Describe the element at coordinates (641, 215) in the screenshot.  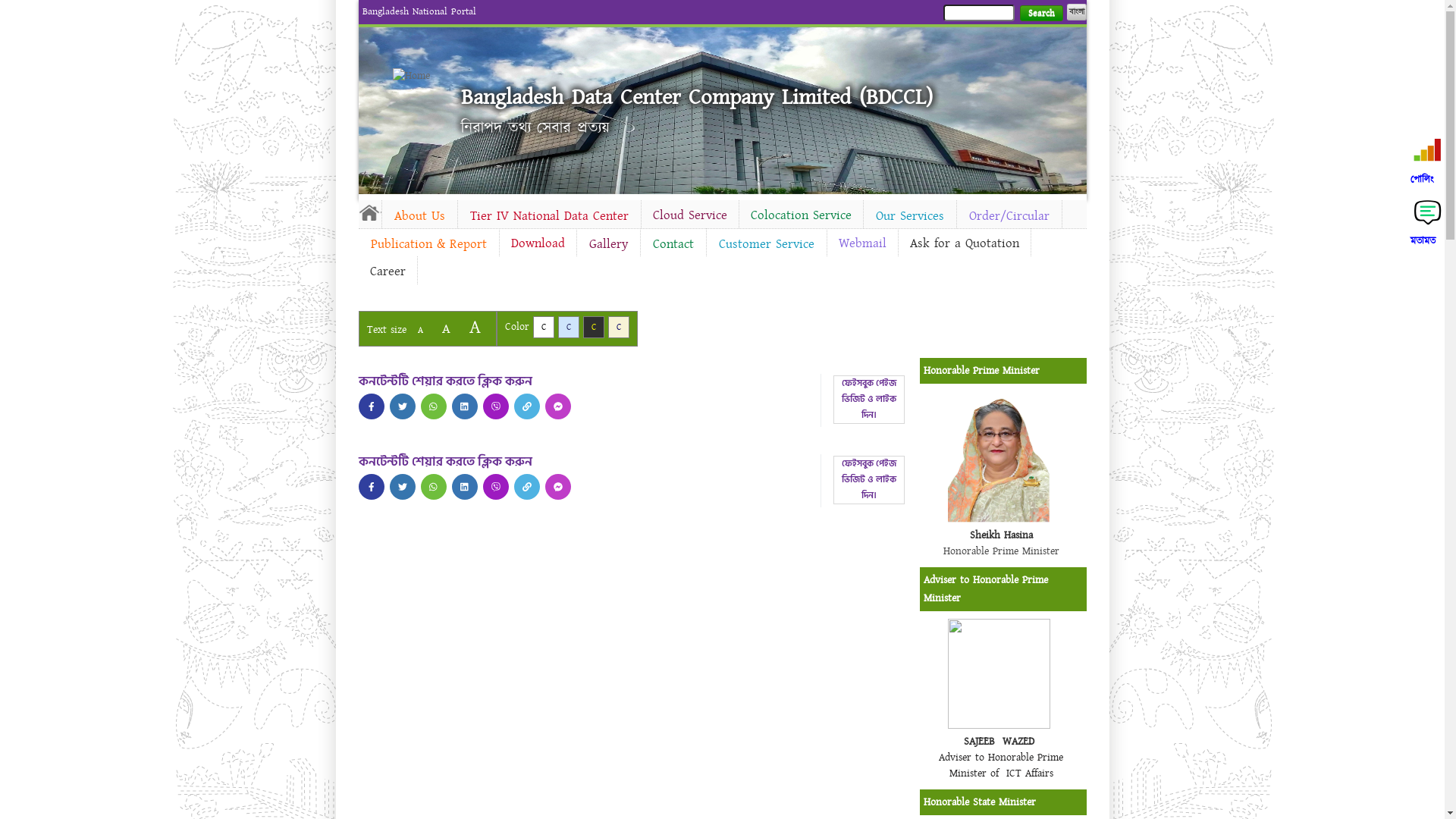
I see `'Cloud Service'` at that location.